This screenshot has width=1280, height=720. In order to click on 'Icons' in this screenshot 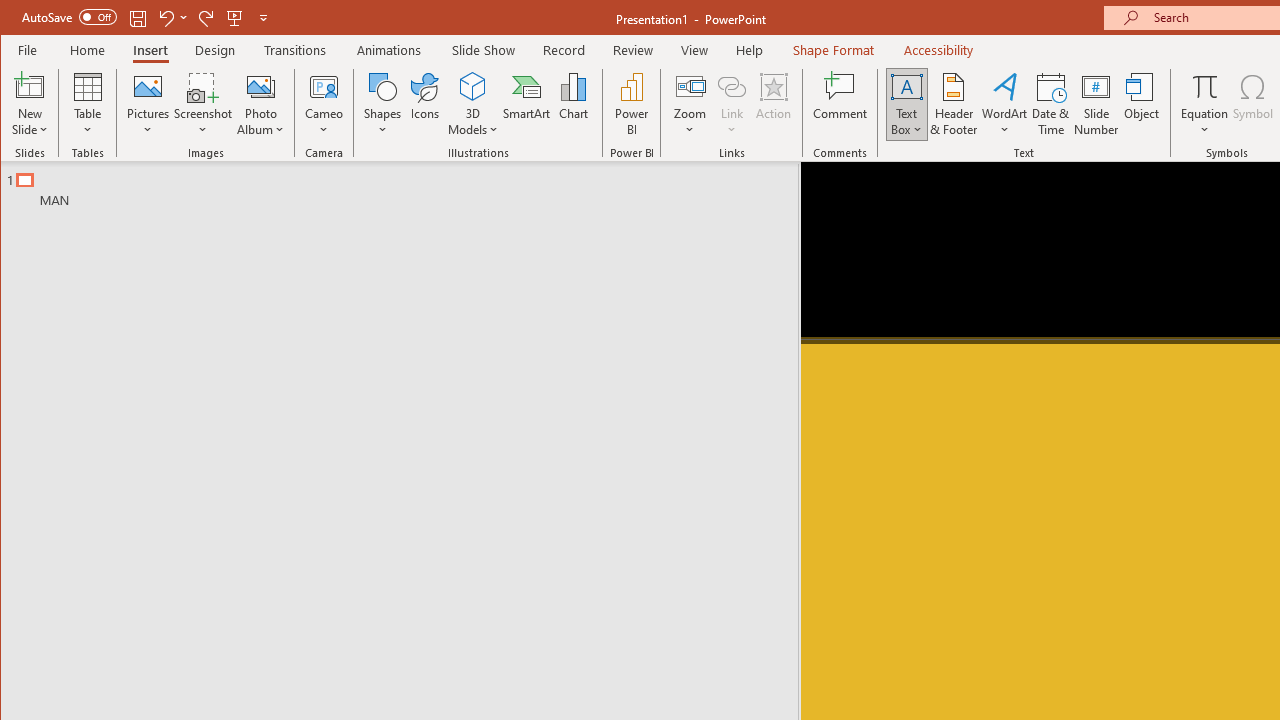, I will do `click(423, 104)`.